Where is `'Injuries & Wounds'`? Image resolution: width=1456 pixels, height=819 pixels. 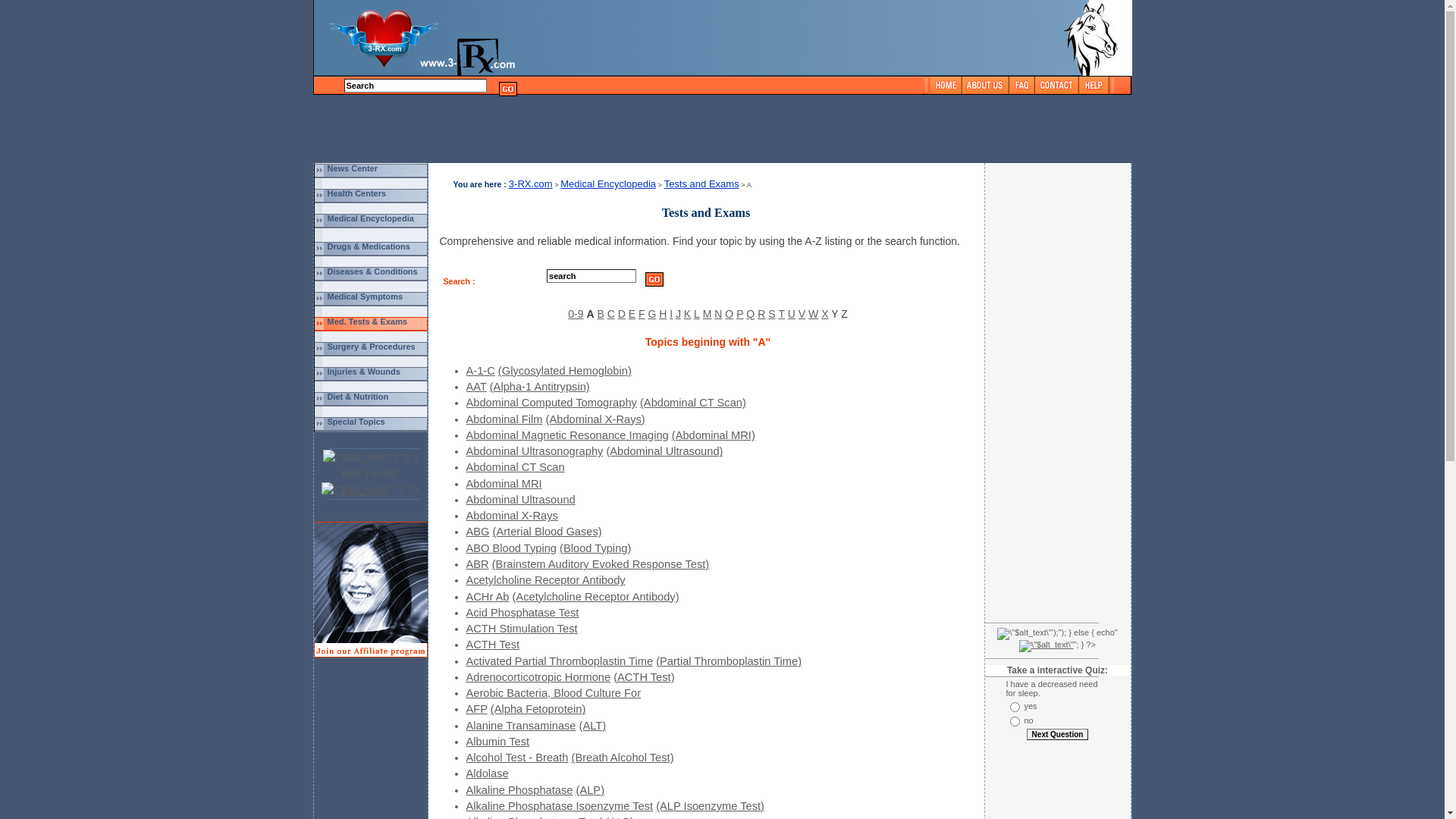 'Injuries & Wounds' is located at coordinates (364, 371).